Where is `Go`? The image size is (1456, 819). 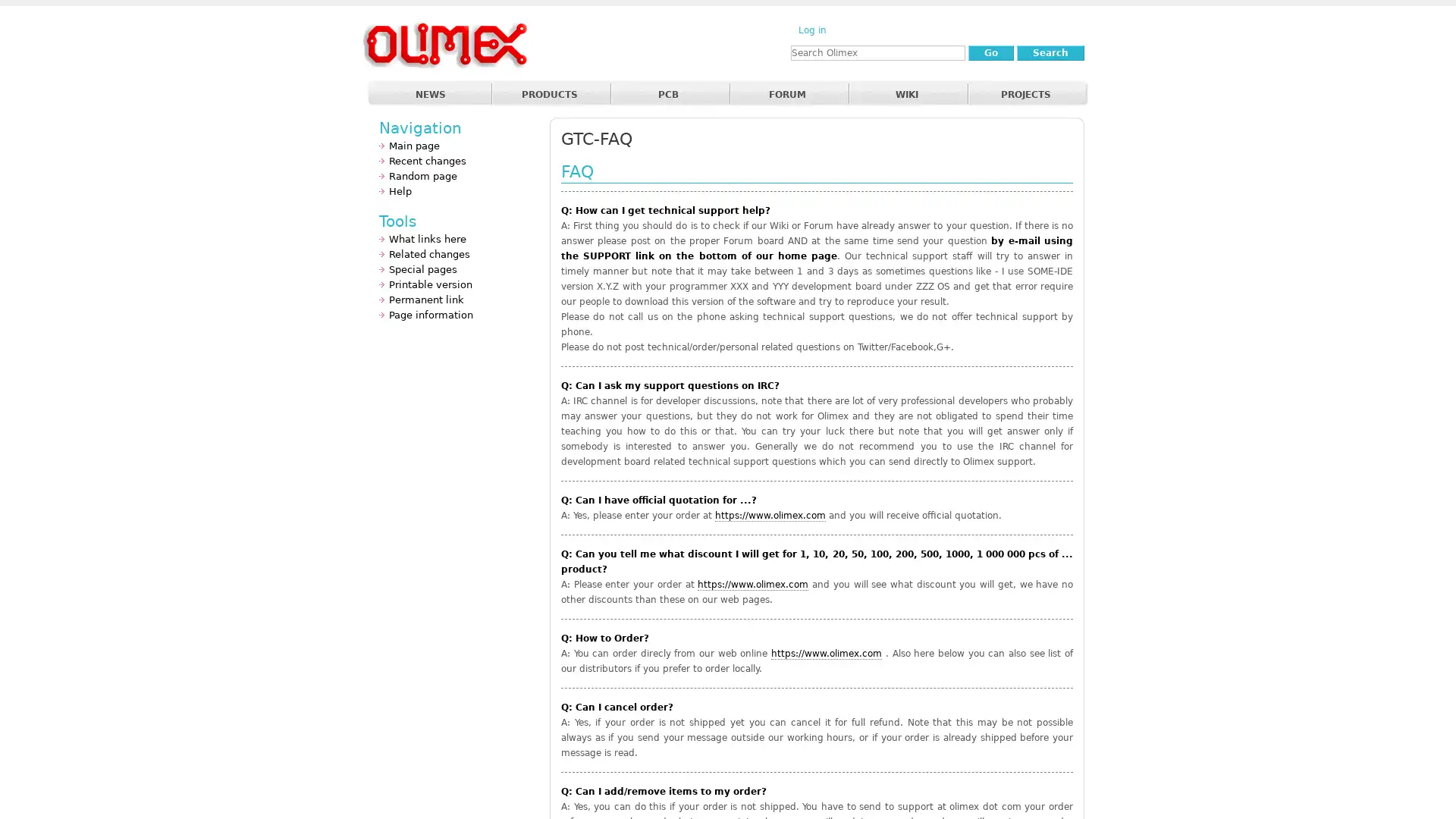 Go is located at coordinates (990, 52).